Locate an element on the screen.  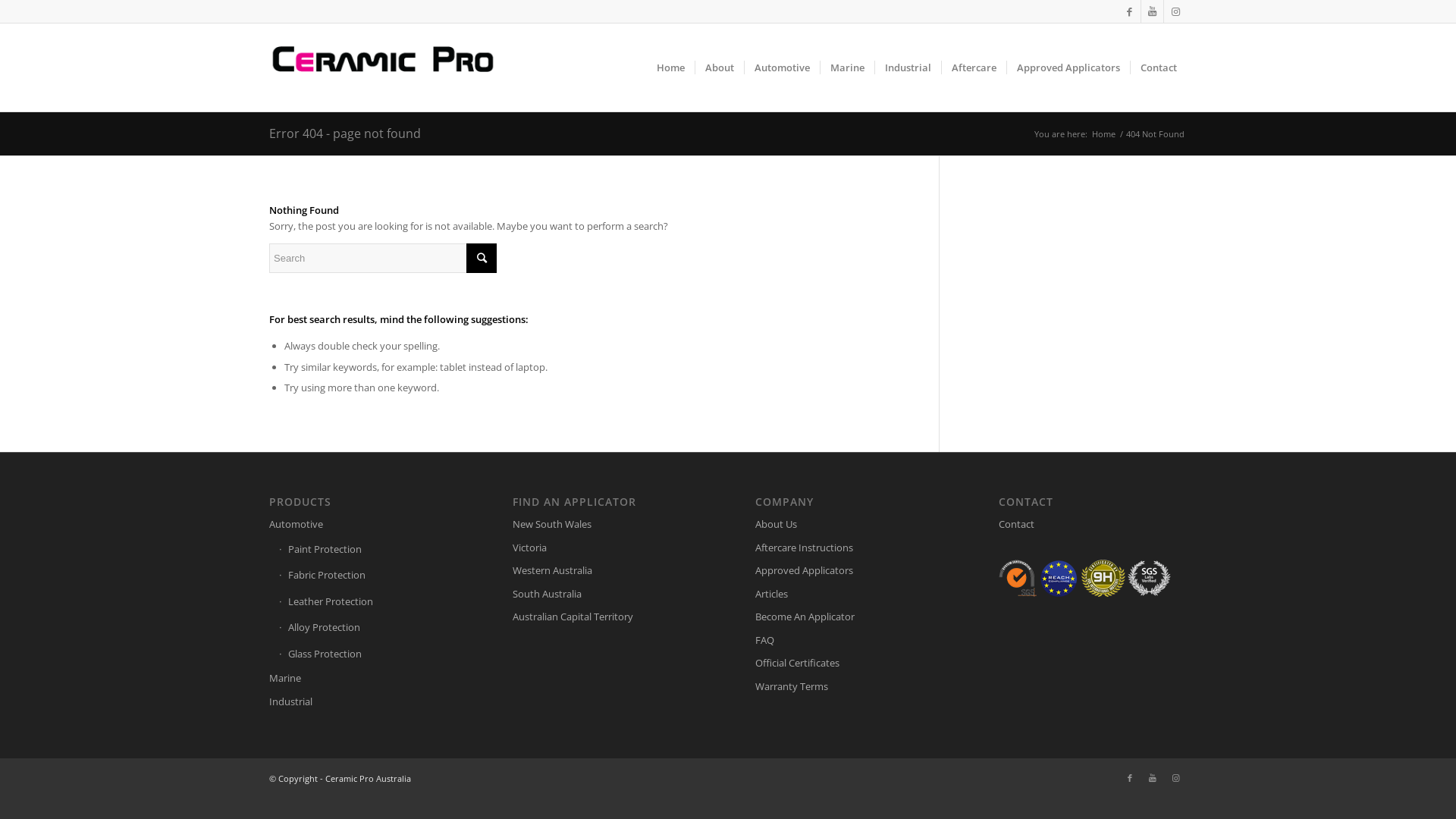
'Home' is located at coordinates (1103, 133).